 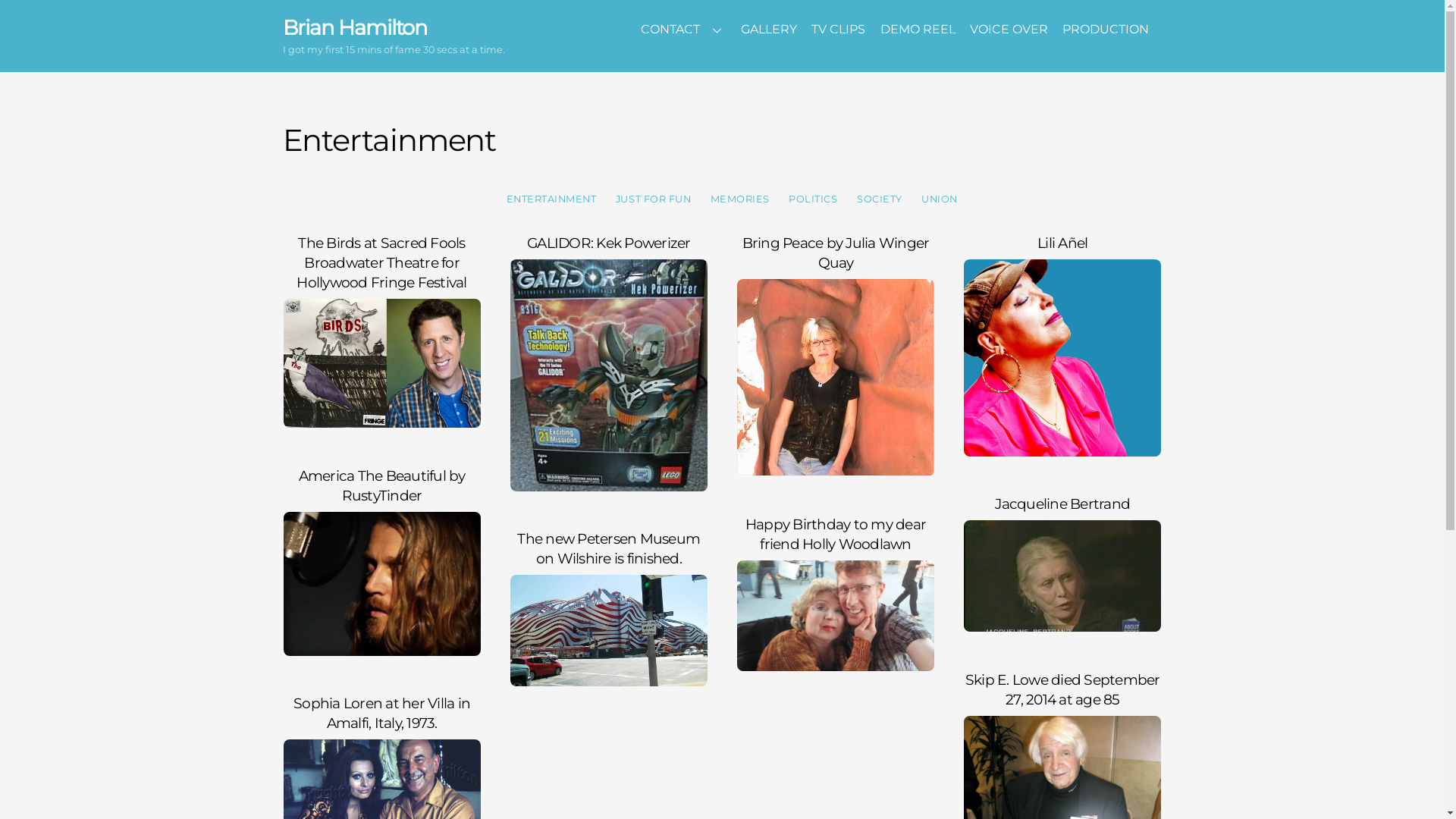 What do you see at coordinates (608, 548) in the screenshot?
I see `'The new Petersen Museum on Wilshire is finished.'` at bounding box center [608, 548].